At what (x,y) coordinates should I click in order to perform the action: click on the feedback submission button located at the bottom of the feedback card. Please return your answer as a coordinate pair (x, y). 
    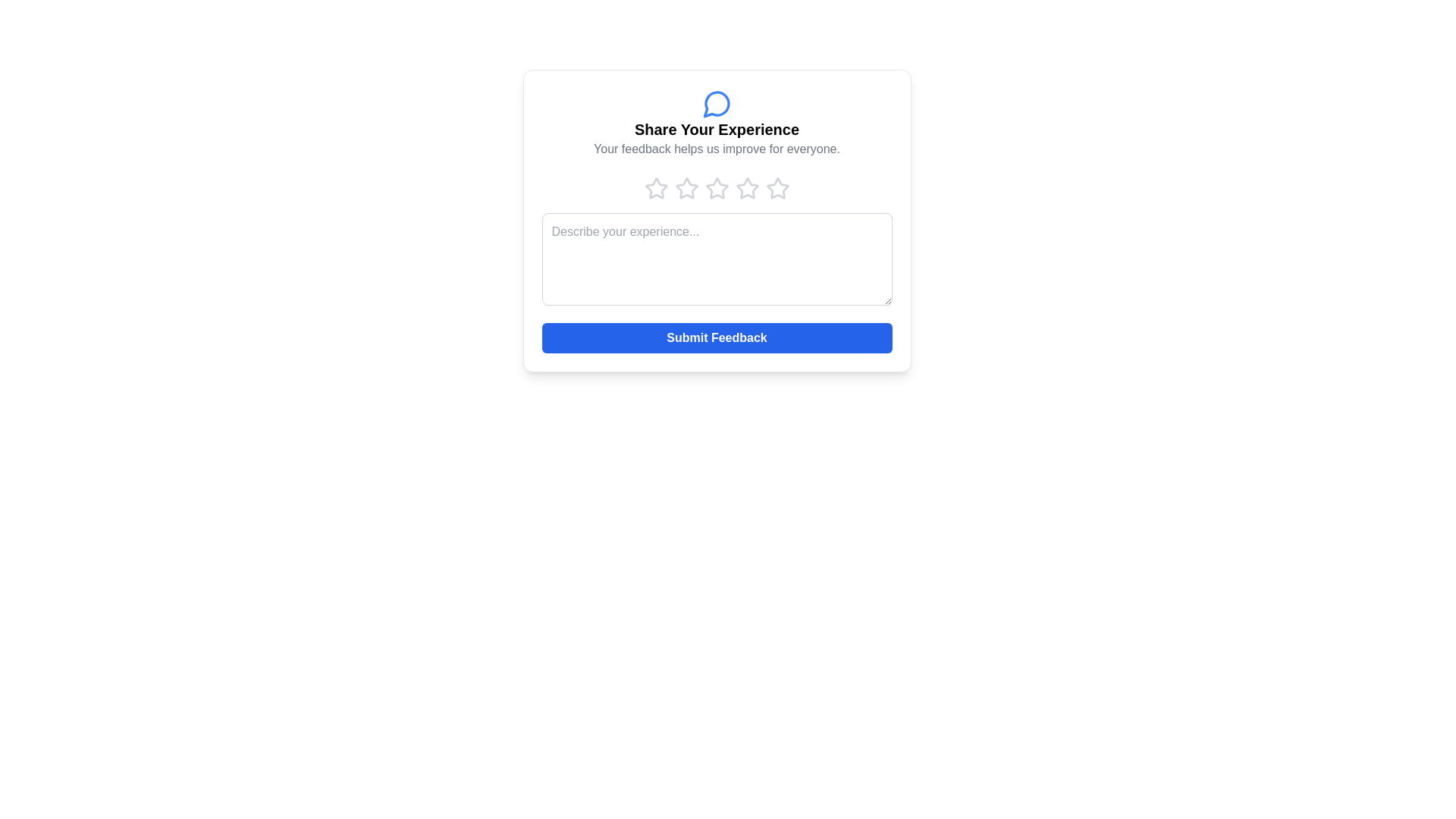
    Looking at the image, I should click on (716, 337).